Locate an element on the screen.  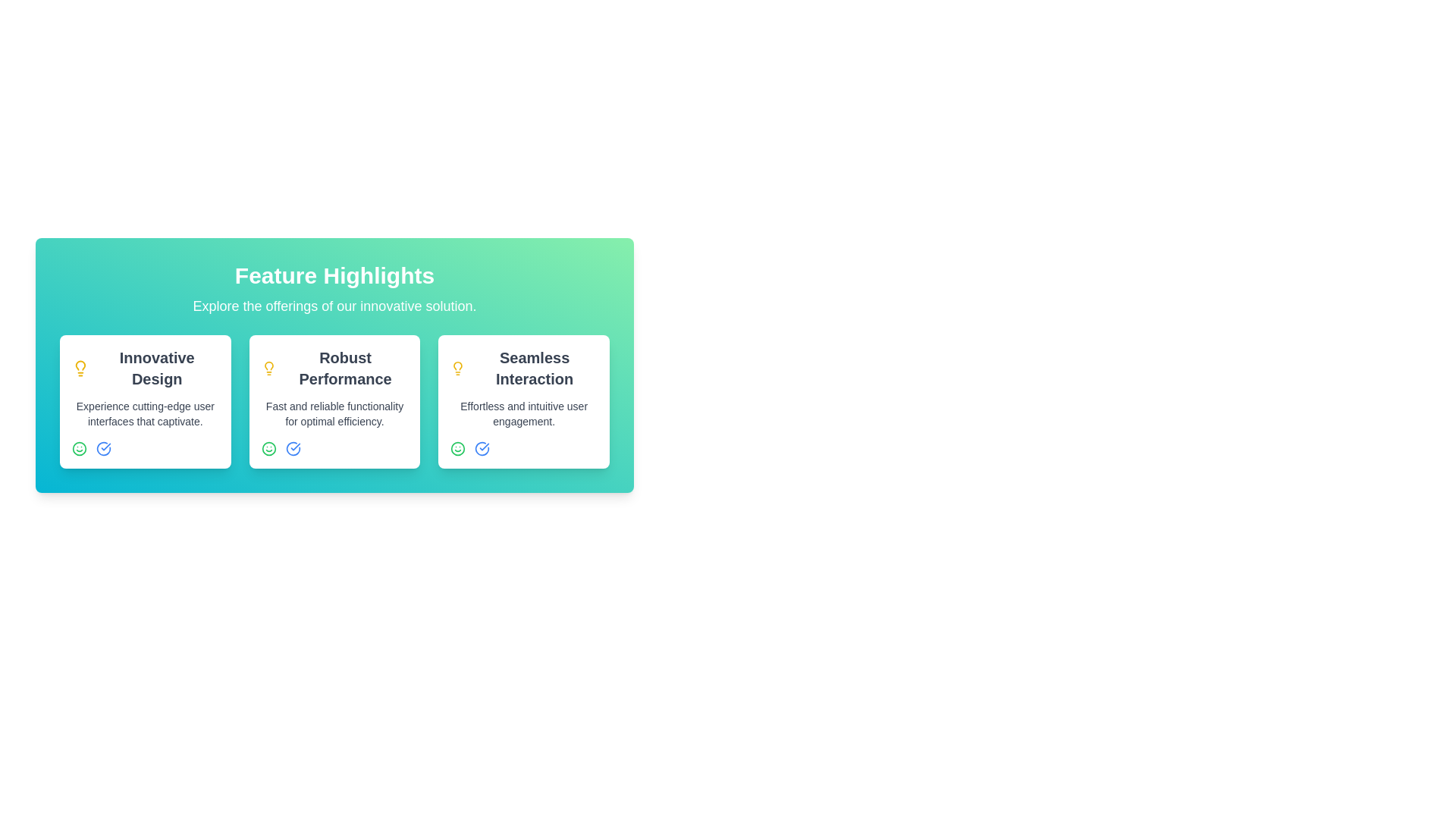
the lightbulb icon located in the top-left corner of the 'Seamless Interaction' card to trigger a tooltip or visual feedback is located at coordinates (457, 369).